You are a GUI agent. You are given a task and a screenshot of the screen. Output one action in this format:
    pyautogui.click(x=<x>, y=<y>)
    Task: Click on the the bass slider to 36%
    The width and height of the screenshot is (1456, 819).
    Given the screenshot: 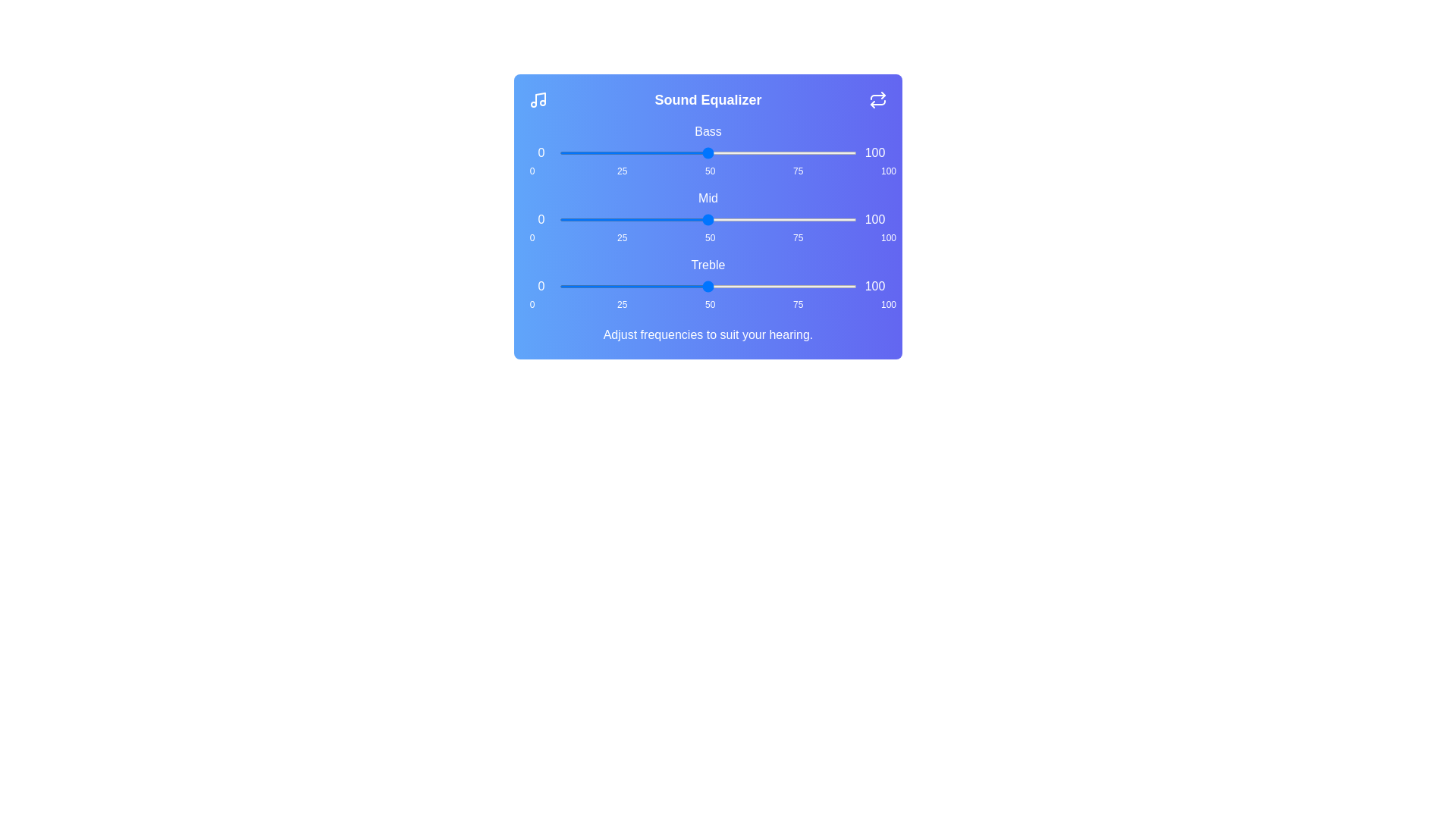 What is the action you would take?
    pyautogui.click(x=667, y=152)
    